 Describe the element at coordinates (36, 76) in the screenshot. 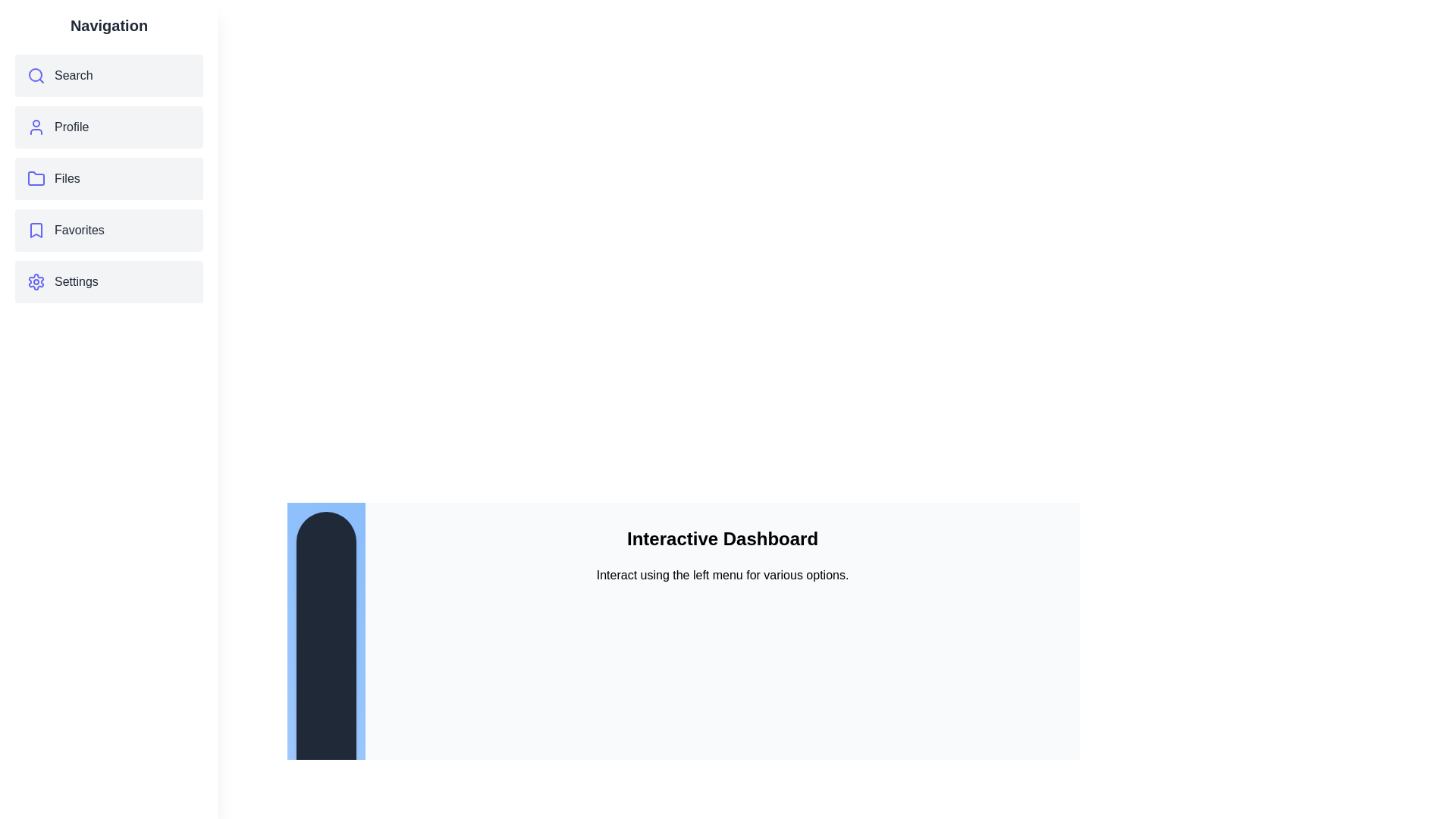

I see `the icon corresponding to Search in the sidebar` at that location.